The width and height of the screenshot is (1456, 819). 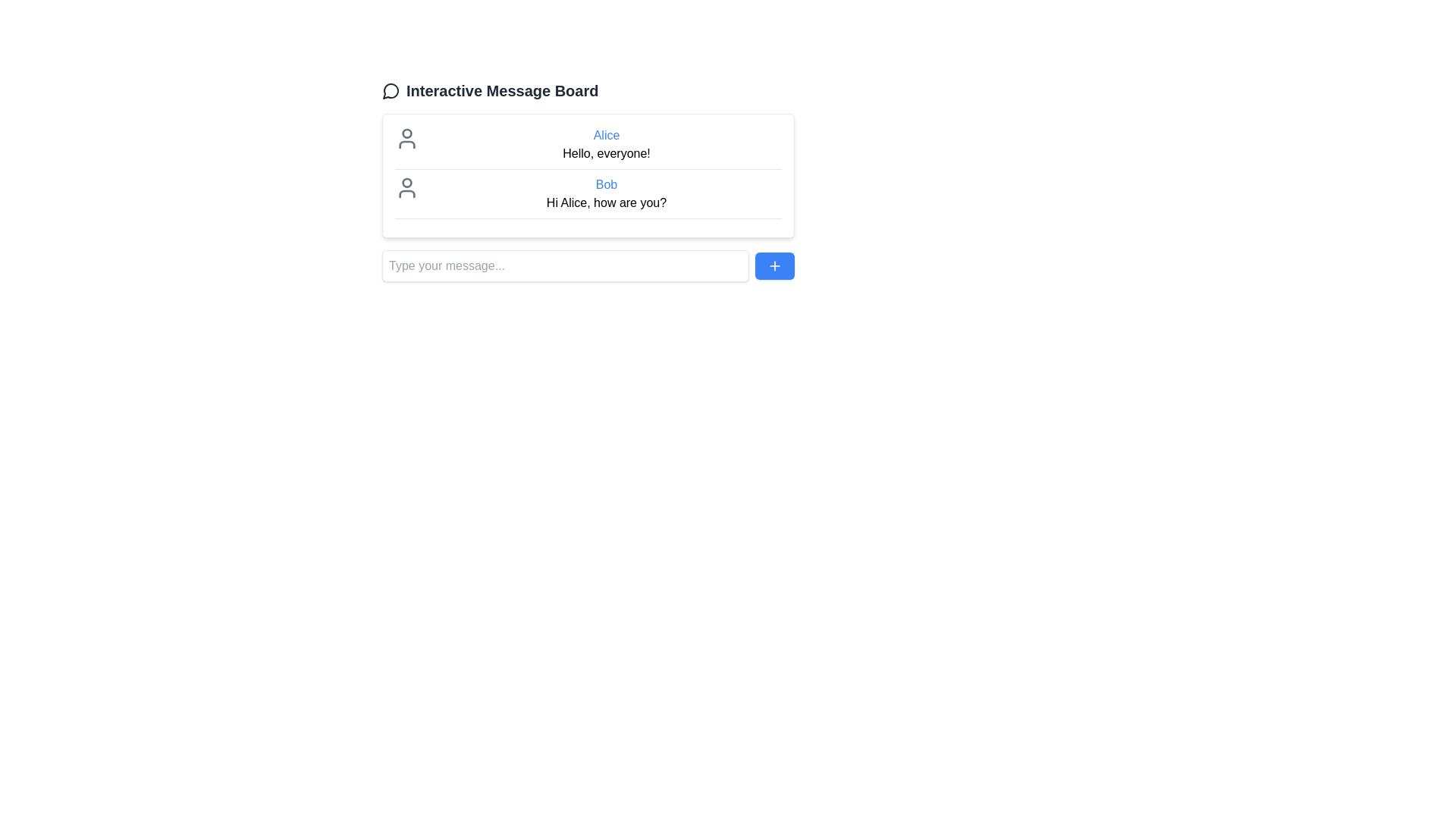 I want to click on the chat message component attributed to 'Bob', which displays the message 'Hi Alice, how are you?', so click(x=588, y=196).